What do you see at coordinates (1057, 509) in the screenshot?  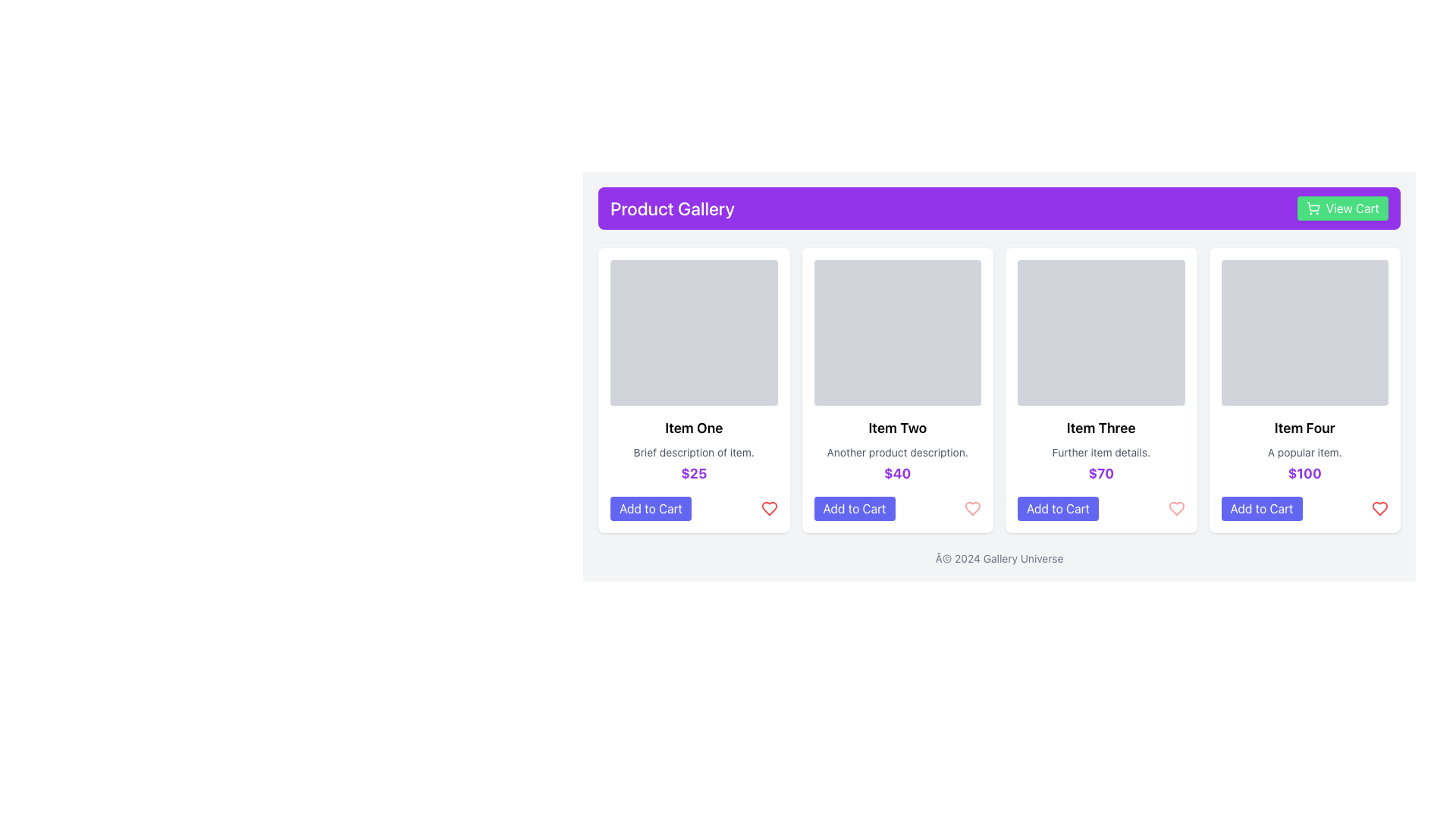 I see `the 'Add to Cart' button with a vibrant indigo background located at the bottom of the third card in the grid layout` at bounding box center [1057, 509].